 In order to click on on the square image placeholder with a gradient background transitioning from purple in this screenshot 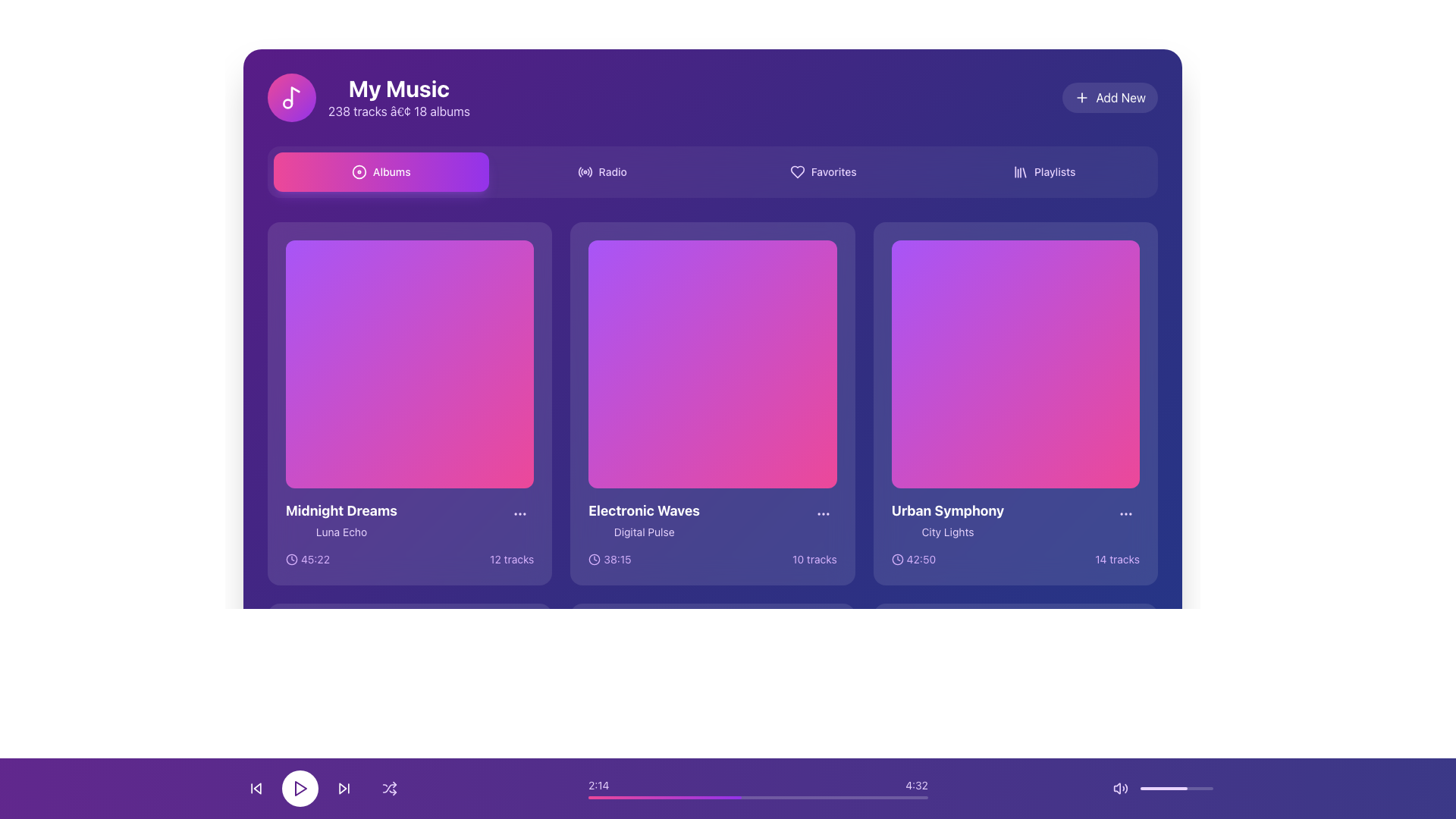, I will do `click(409, 364)`.